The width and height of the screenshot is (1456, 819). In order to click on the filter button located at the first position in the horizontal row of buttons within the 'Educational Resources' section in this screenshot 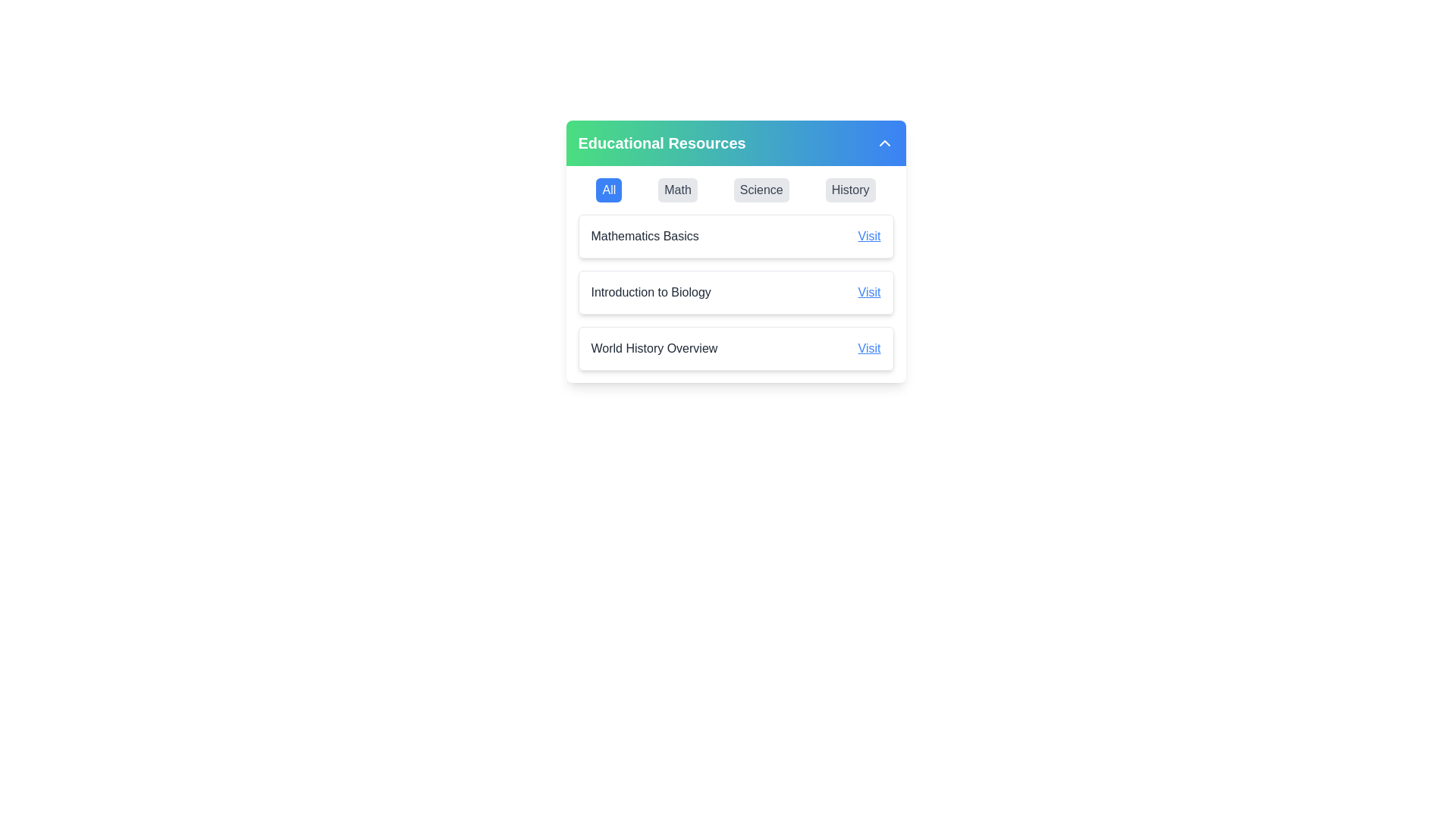, I will do `click(609, 189)`.